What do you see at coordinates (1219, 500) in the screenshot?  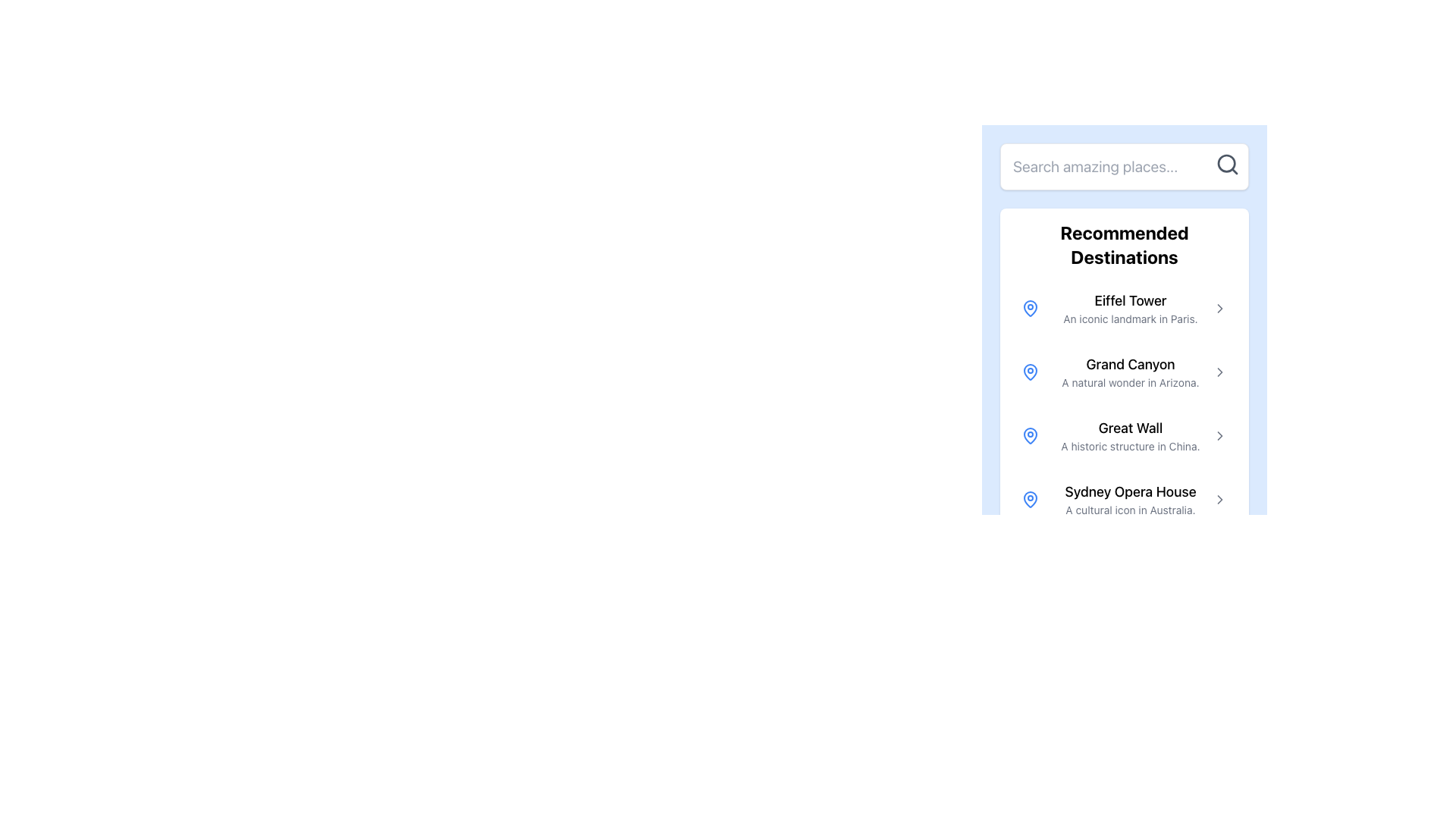 I see `the Chevron Icon located at the right edge of the 'Sydney Opera House' list item in the 'Recommended Destinations' section for additional information` at bounding box center [1219, 500].